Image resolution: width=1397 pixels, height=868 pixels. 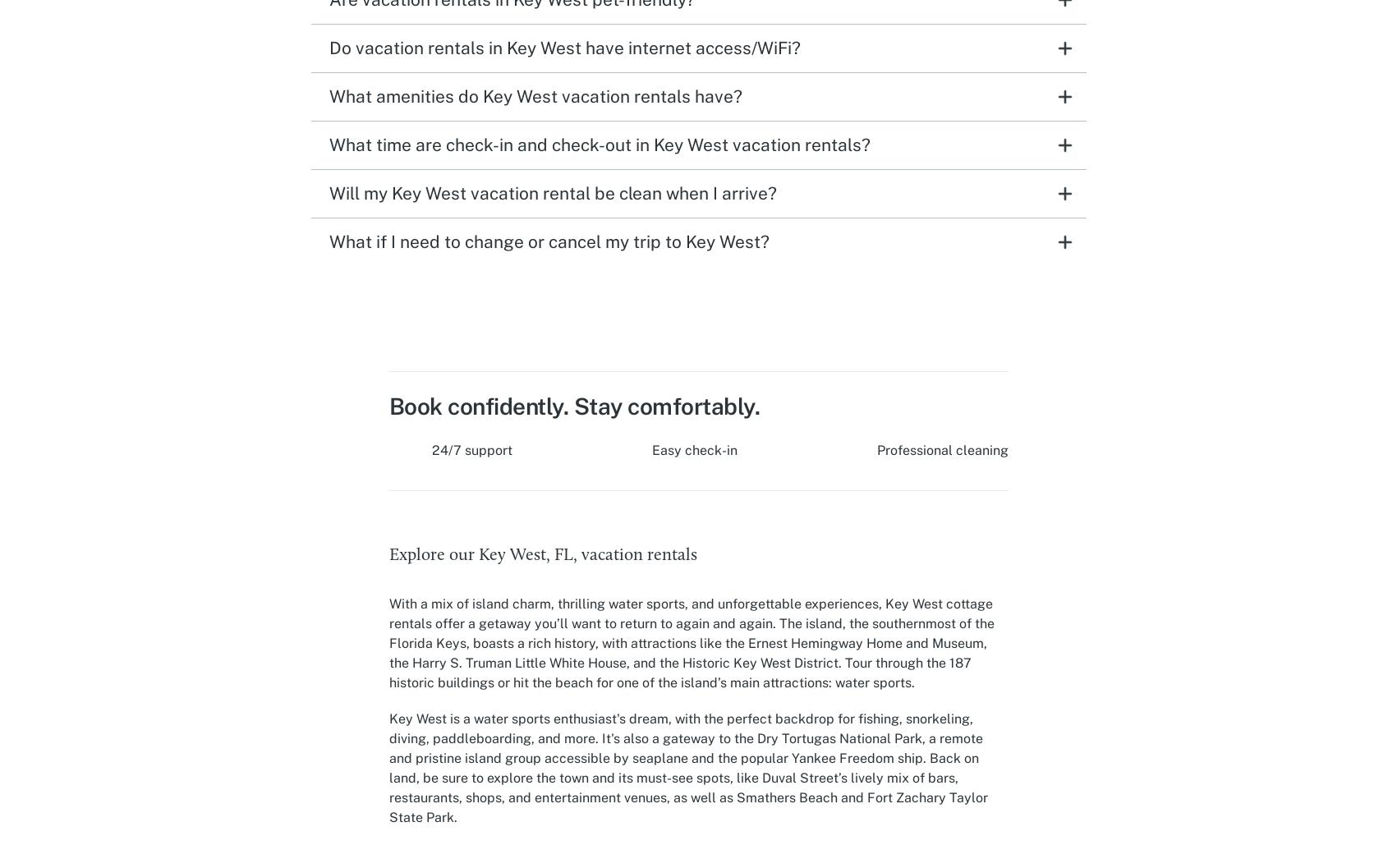 I want to click on 'What time are check-in and check-out in Key West vacation rentals?', so click(x=599, y=144).